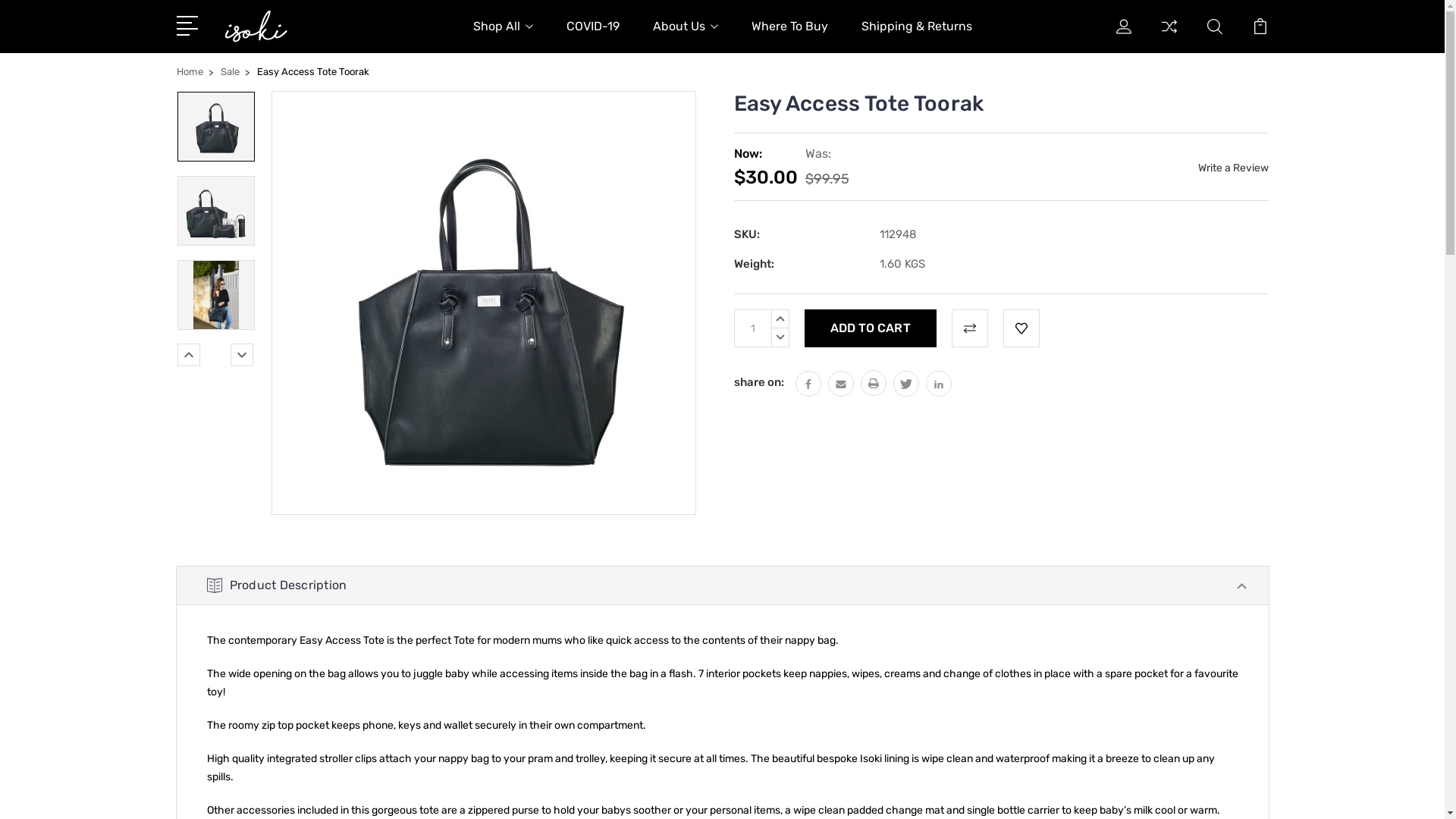  What do you see at coordinates (591, 34) in the screenshot?
I see `'COVID-19'` at bounding box center [591, 34].